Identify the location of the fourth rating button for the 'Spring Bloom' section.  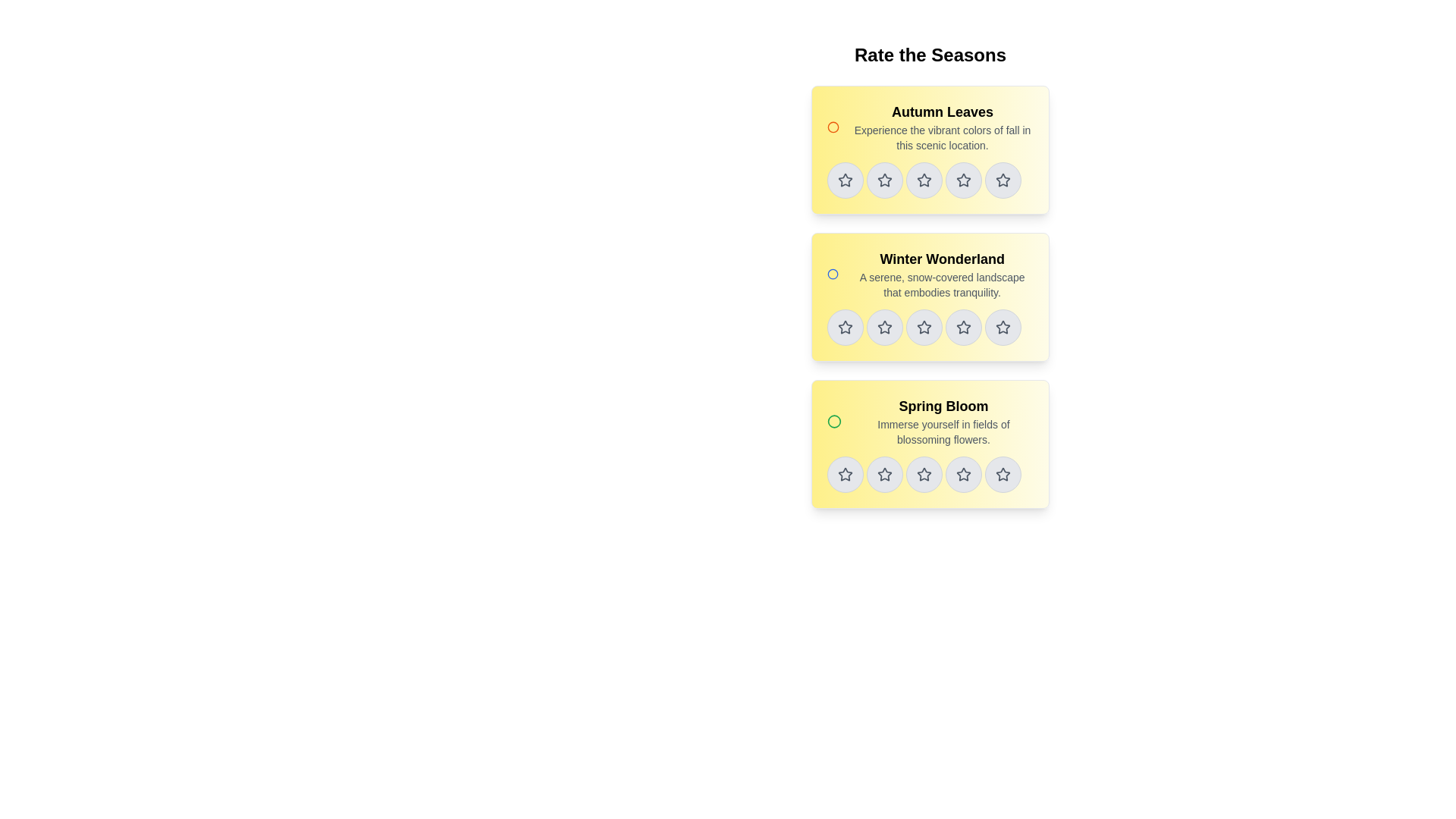
(963, 473).